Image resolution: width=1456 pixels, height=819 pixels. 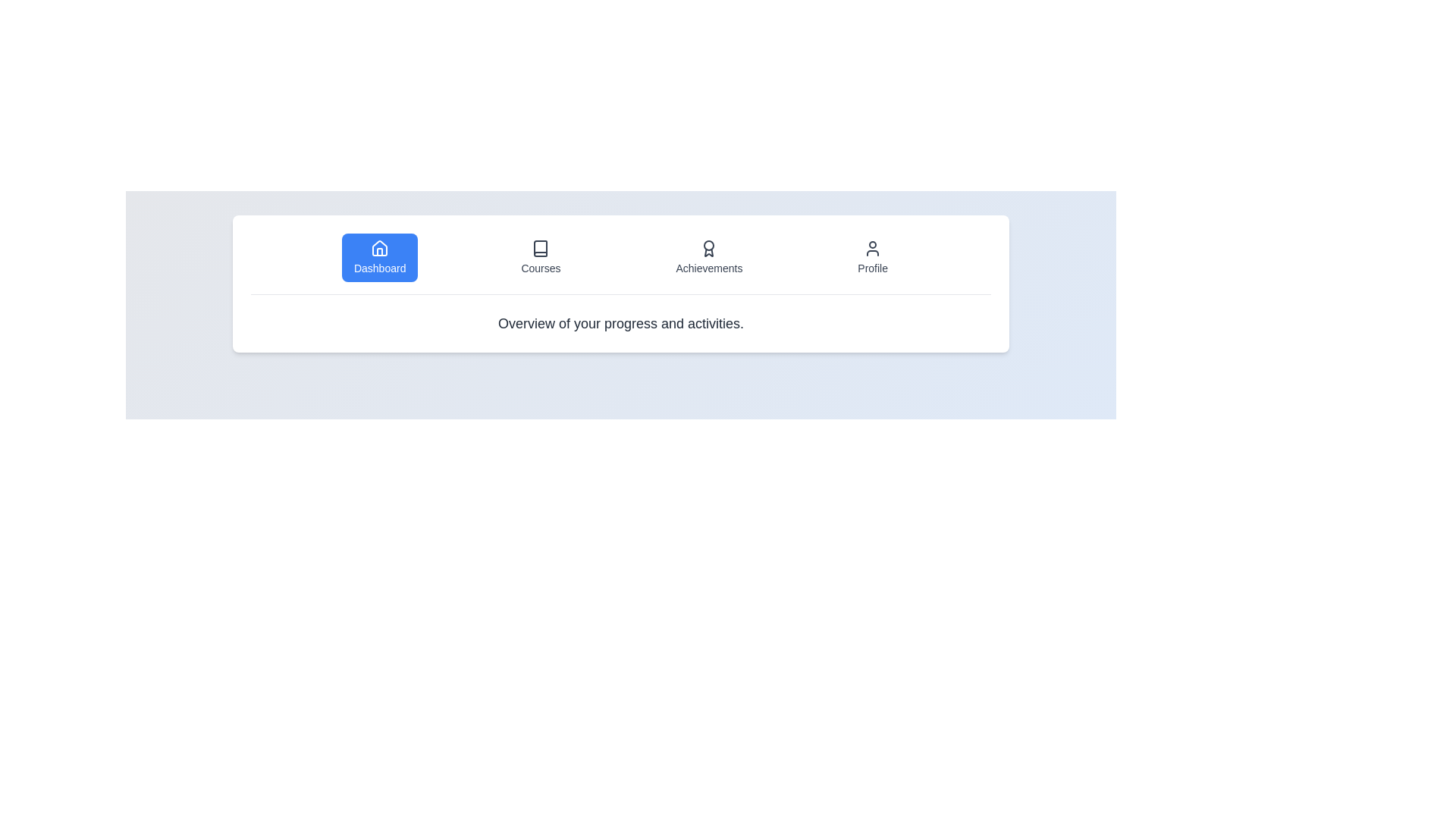 What do you see at coordinates (380, 247) in the screenshot?
I see `the 'Dashboard' icon located in the first button of the horizontal navigation bar` at bounding box center [380, 247].